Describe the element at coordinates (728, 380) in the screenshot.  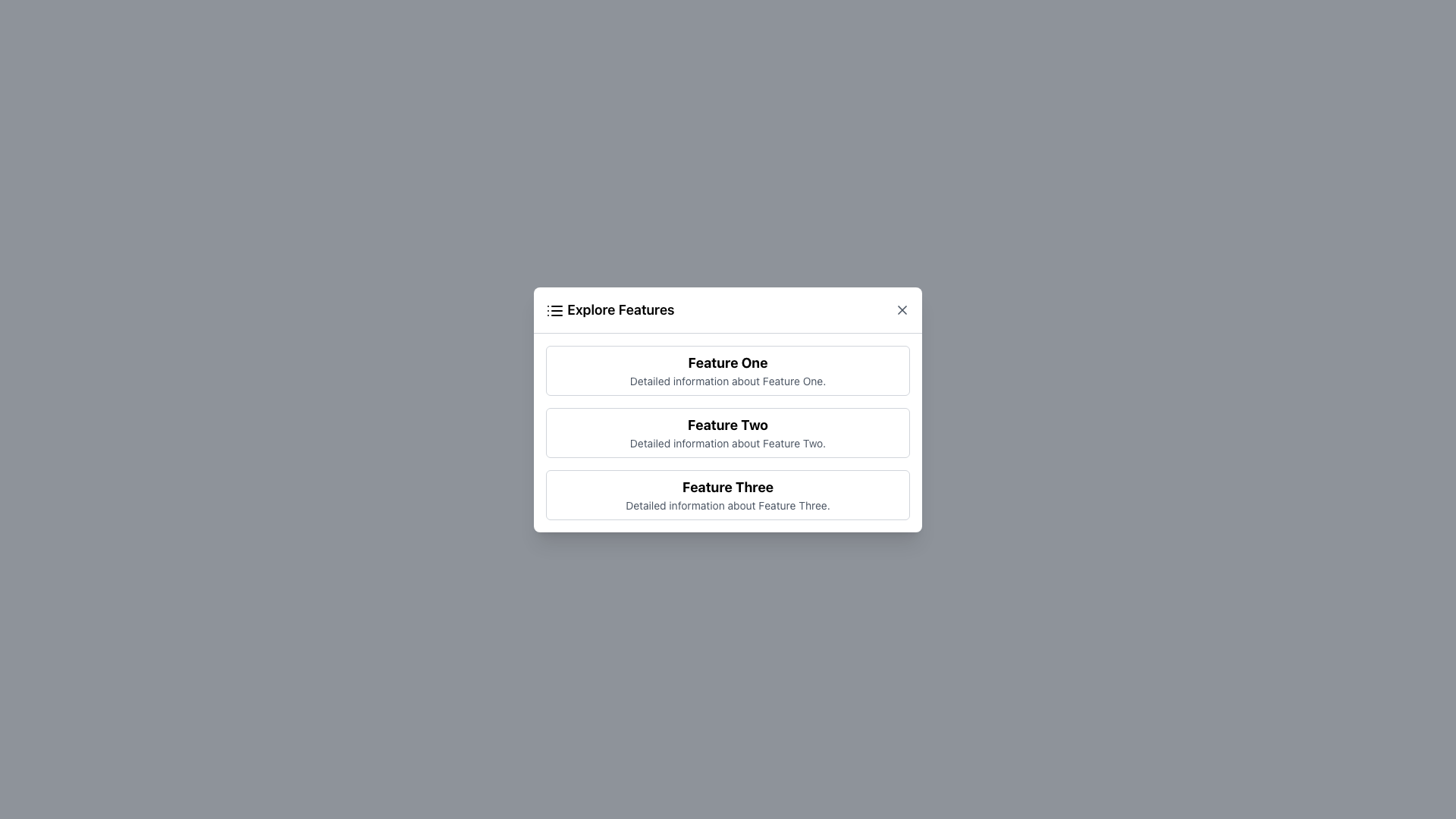
I see `the text element that reads 'Detailed information about Feature One', which is styled in smaller, gray text and positioned below the bold title 'Feature One'` at that location.